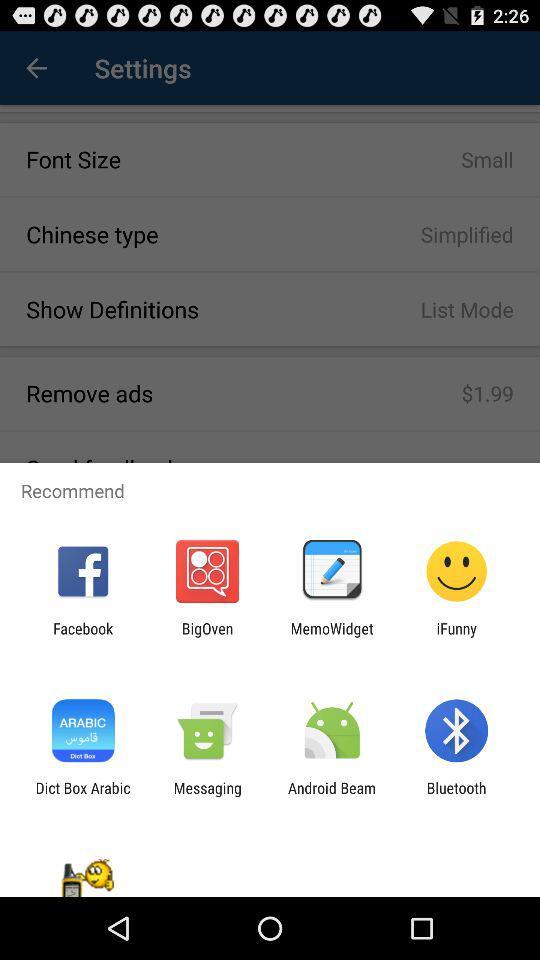 The width and height of the screenshot is (540, 960). I want to click on the icon next to the dict box arabic item, so click(206, 796).